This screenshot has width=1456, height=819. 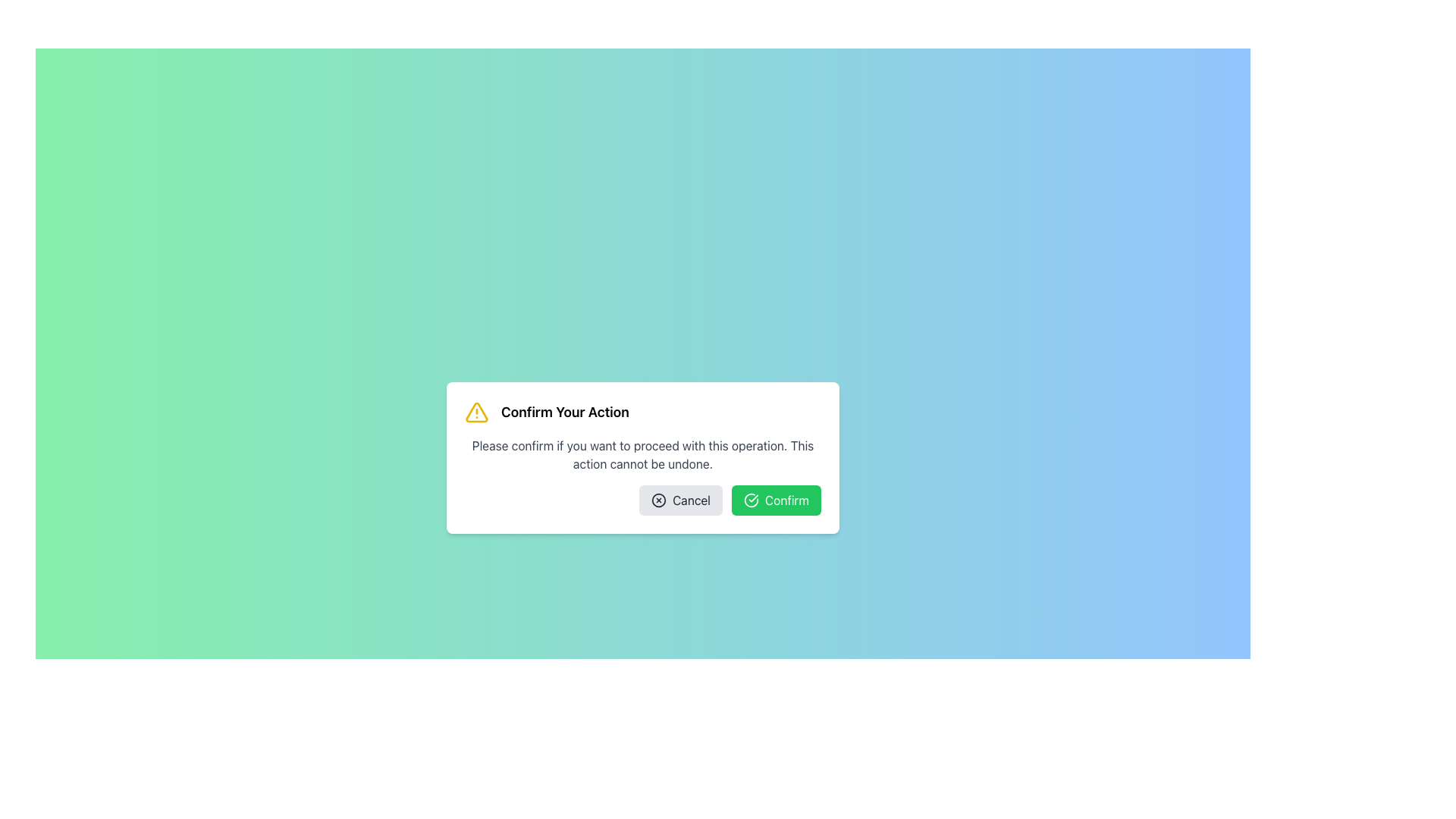 What do you see at coordinates (659, 500) in the screenshot?
I see `the visual appearance of the circular cancel icon located at the center of the 'Cancel' button in the confirmation dialog` at bounding box center [659, 500].